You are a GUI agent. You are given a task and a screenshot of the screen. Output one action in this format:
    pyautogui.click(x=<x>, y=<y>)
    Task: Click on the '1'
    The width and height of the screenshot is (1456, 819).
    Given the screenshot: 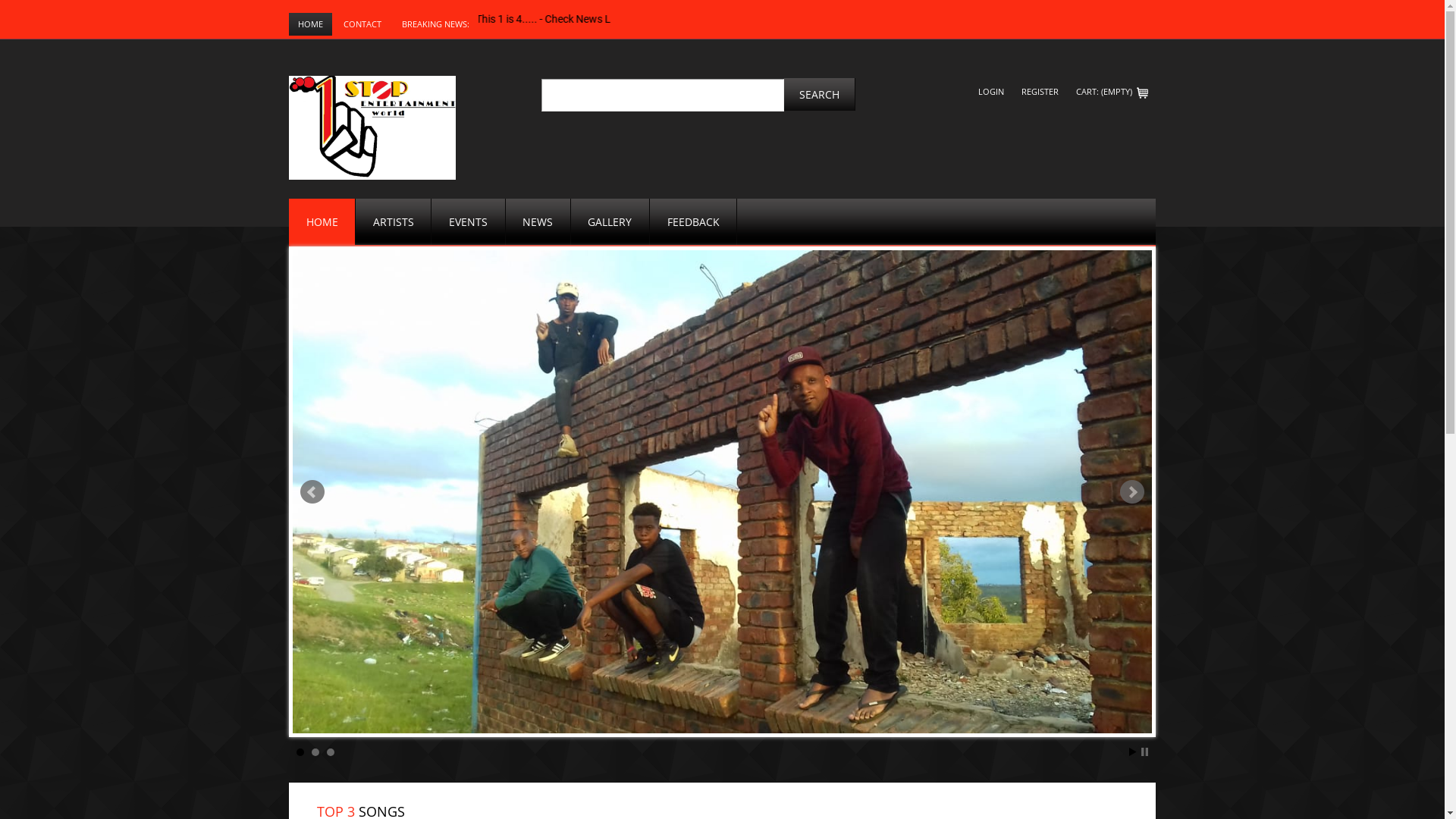 What is the action you would take?
    pyautogui.click(x=300, y=752)
    